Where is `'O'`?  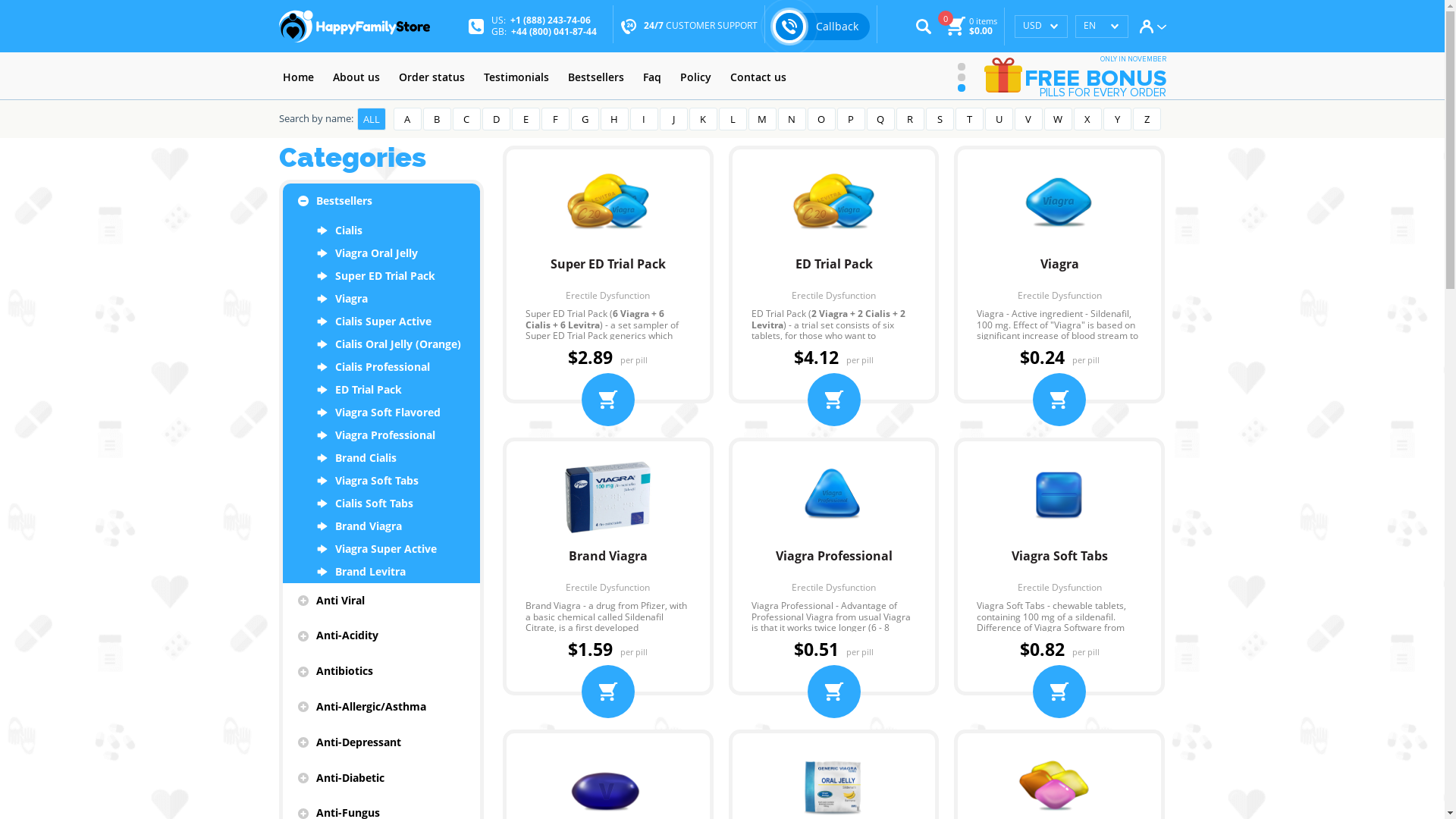 'O' is located at coordinates (820, 118).